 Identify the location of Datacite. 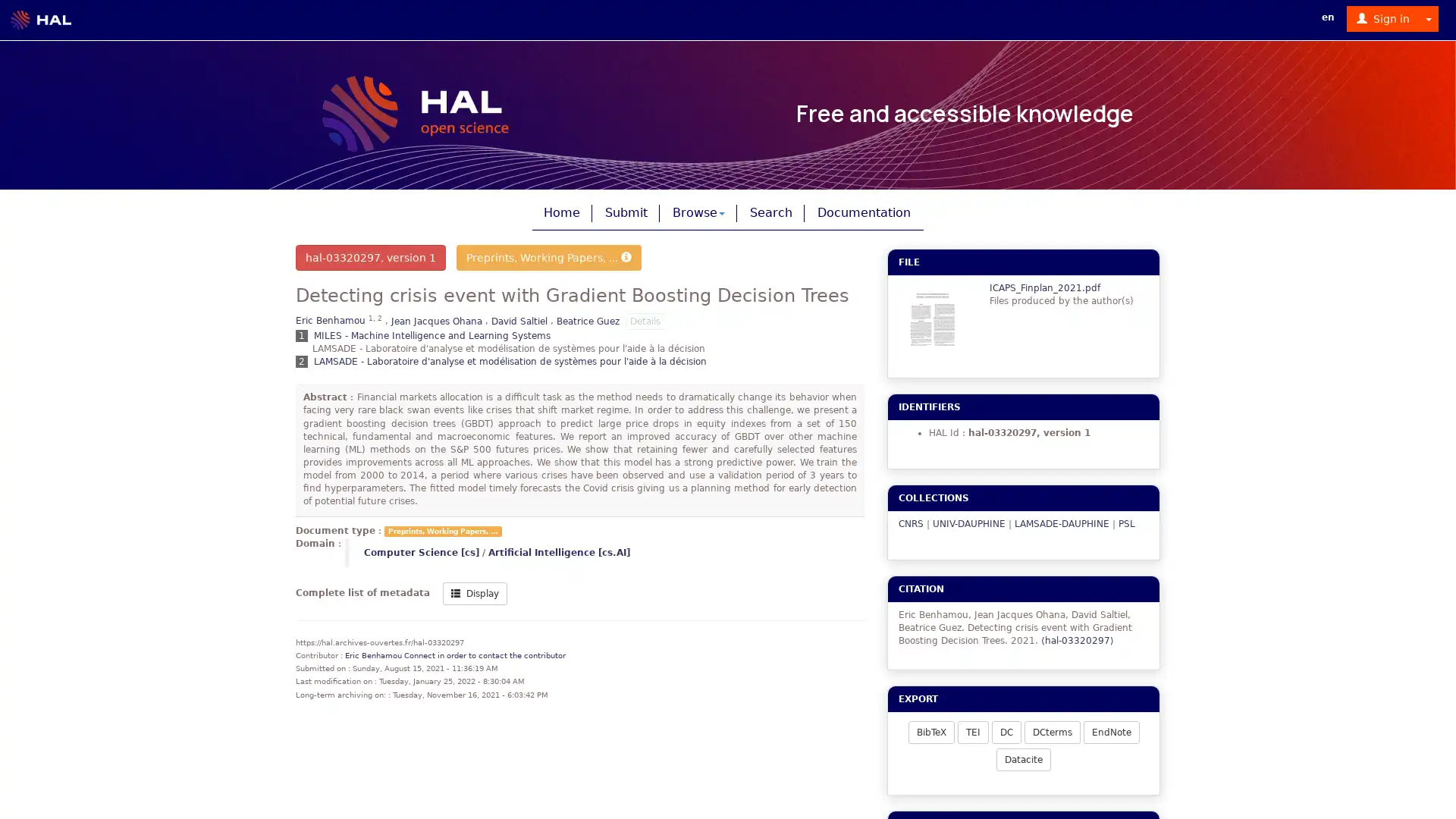
(1023, 759).